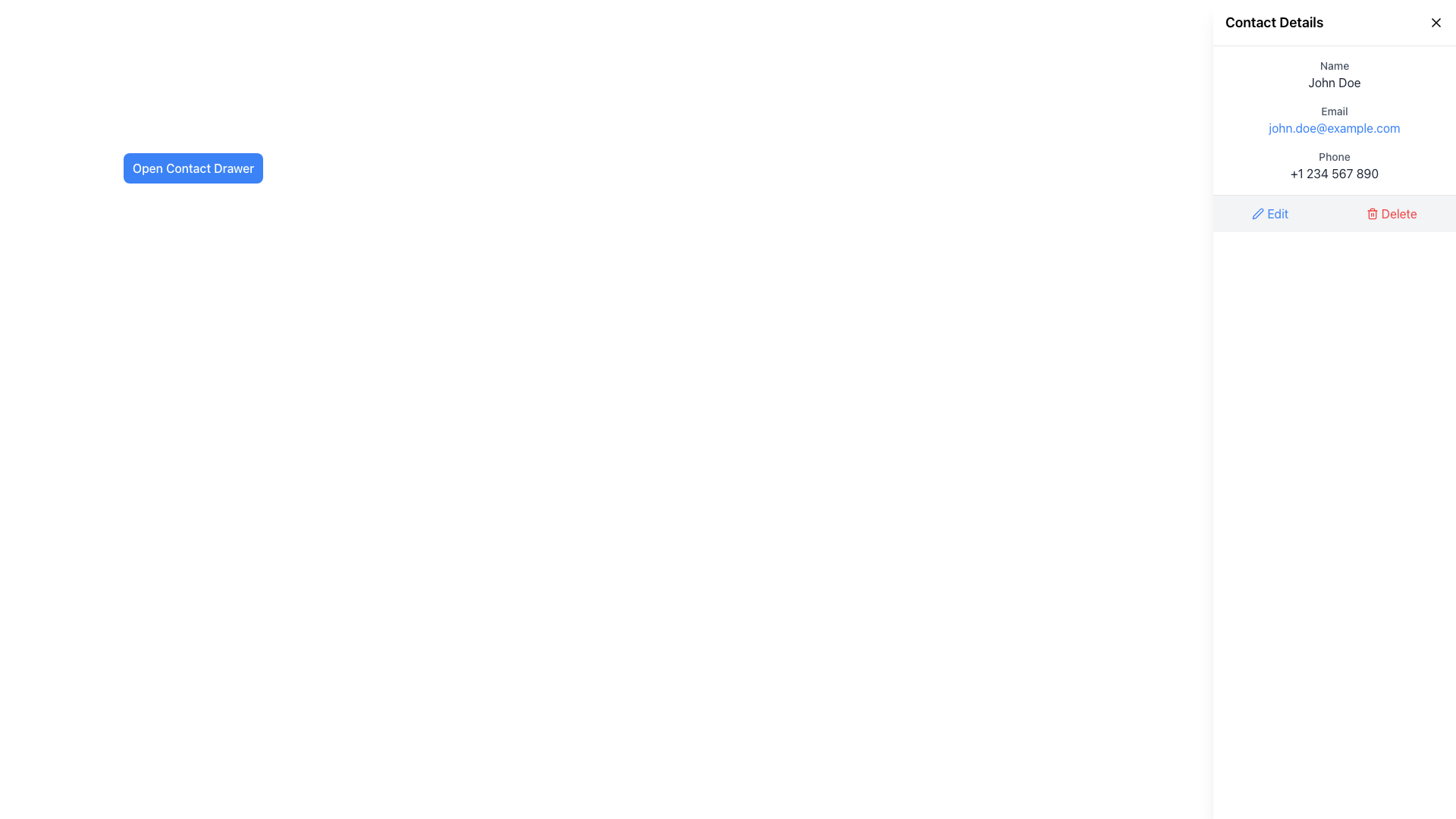 The image size is (1456, 819). Describe the element at coordinates (1335, 166) in the screenshot. I see `the text display element that shows the contact phone number, located below the email address in the vertical list of contact details` at that location.